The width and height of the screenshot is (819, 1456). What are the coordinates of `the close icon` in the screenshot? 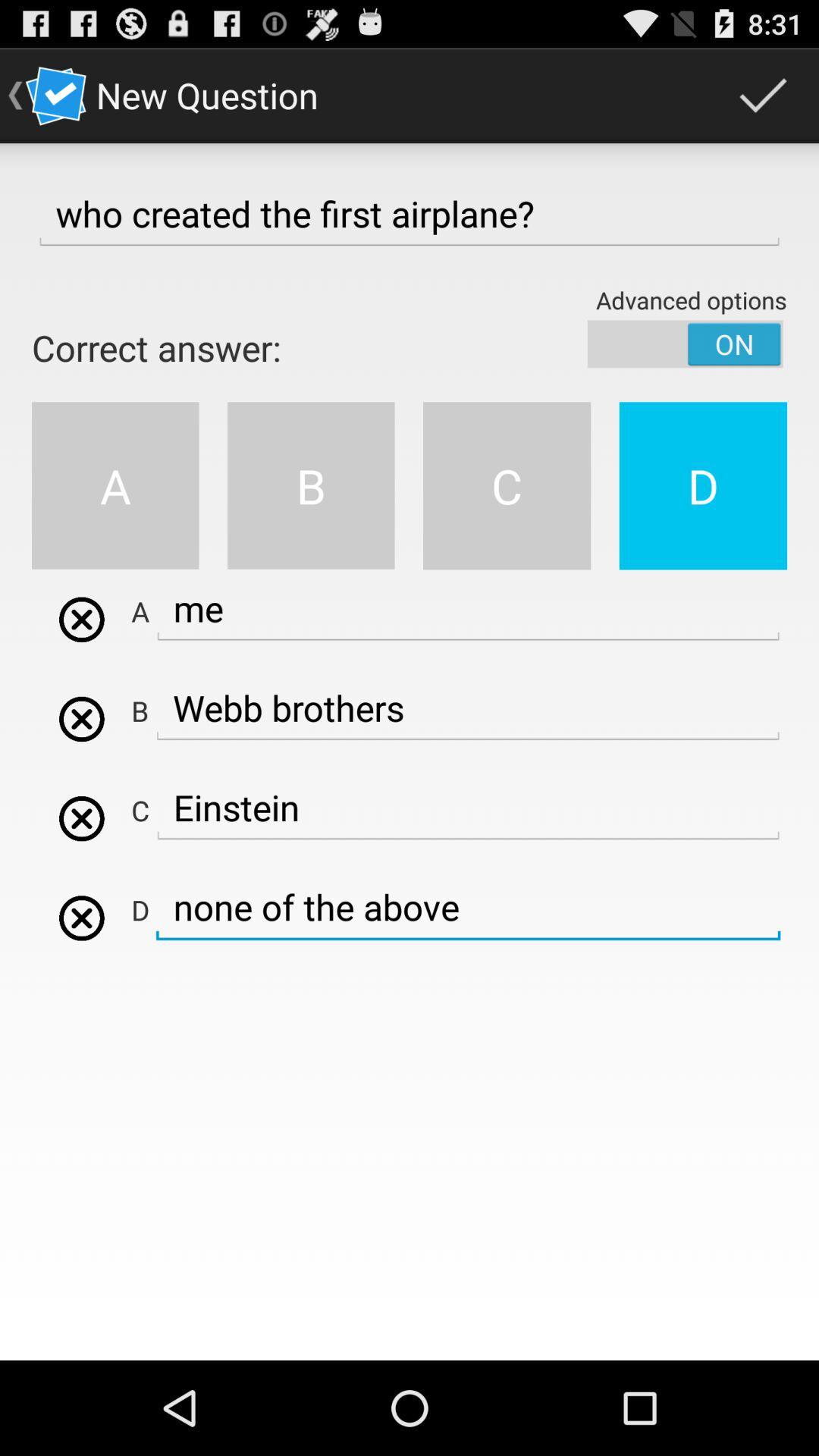 It's located at (81, 769).